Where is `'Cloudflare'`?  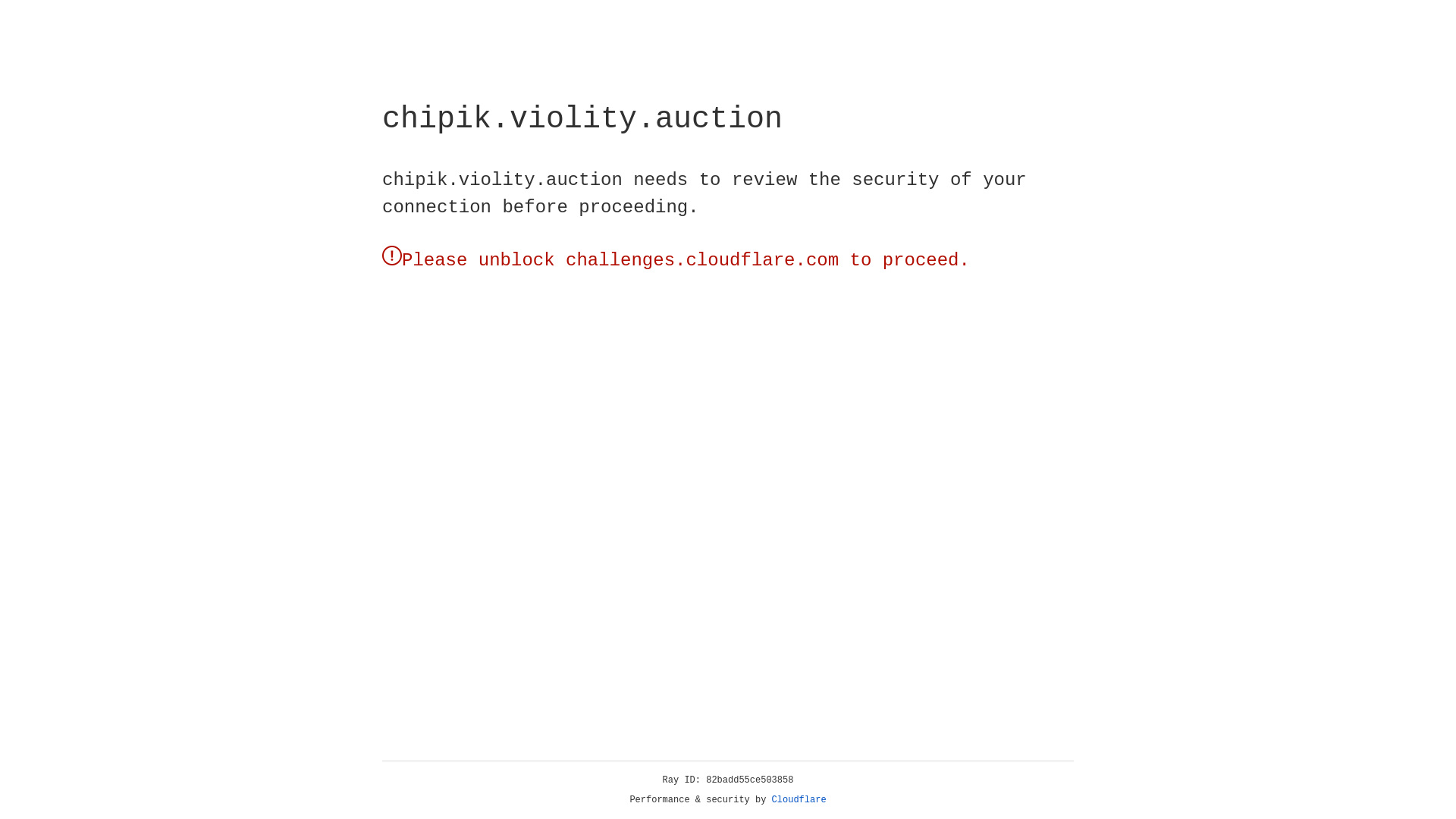 'Cloudflare' is located at coordinates (799, 799).